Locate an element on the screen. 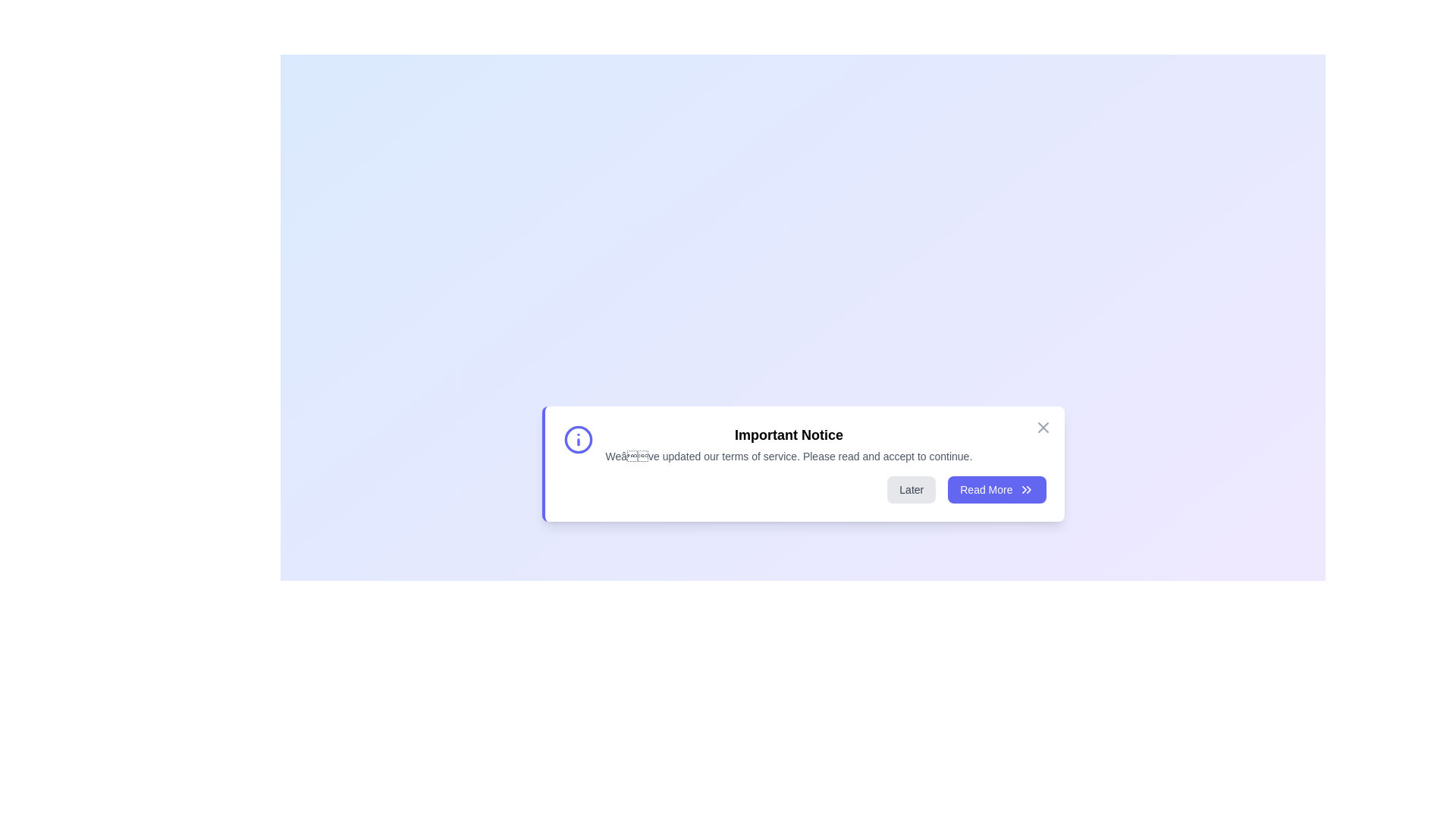  the informational icon to reveal its context is located at coordinates (577, 439).